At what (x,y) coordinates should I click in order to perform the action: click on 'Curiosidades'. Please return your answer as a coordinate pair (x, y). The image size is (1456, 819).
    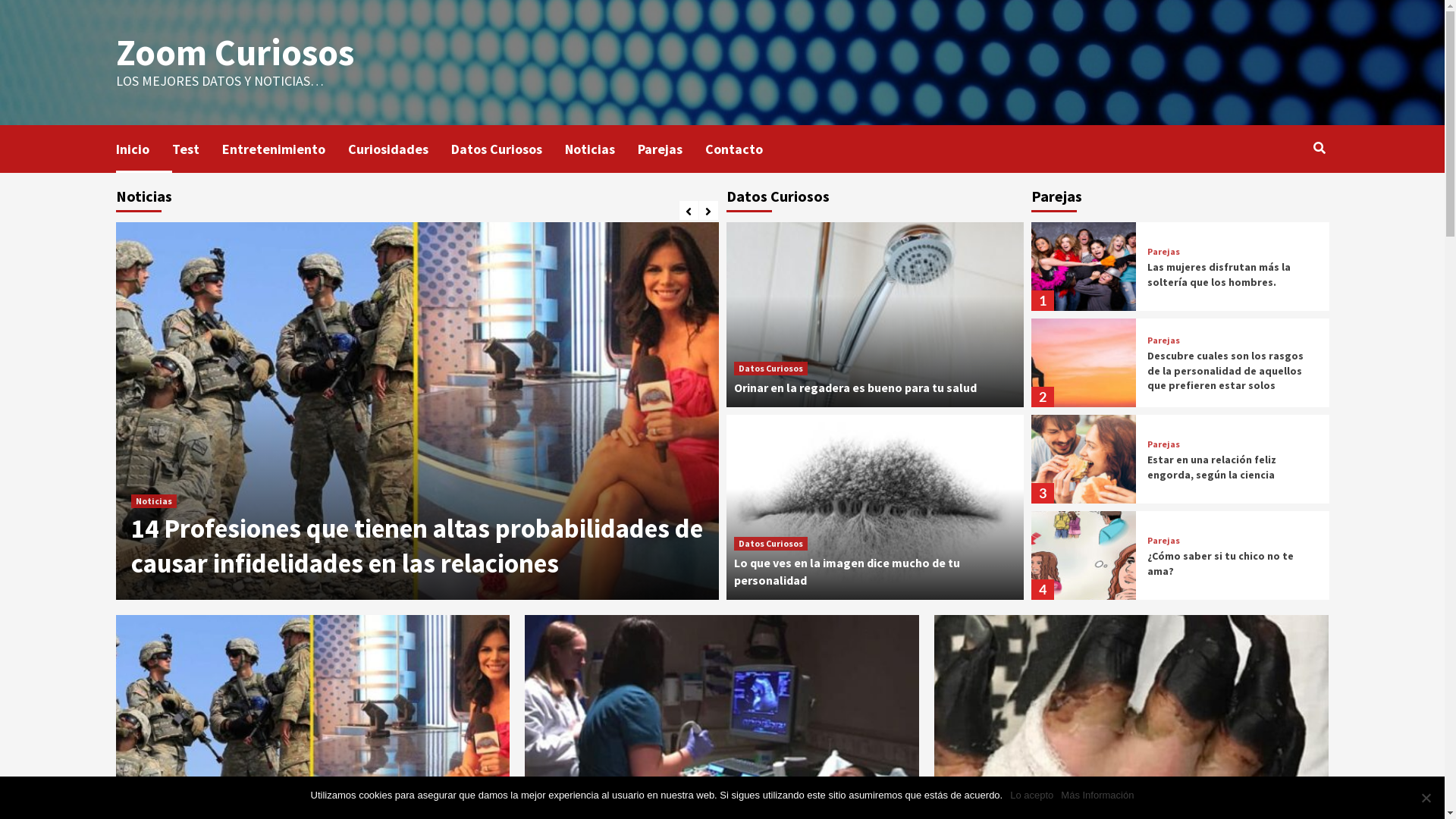
    Looking at the image, I should click on (399, 149).